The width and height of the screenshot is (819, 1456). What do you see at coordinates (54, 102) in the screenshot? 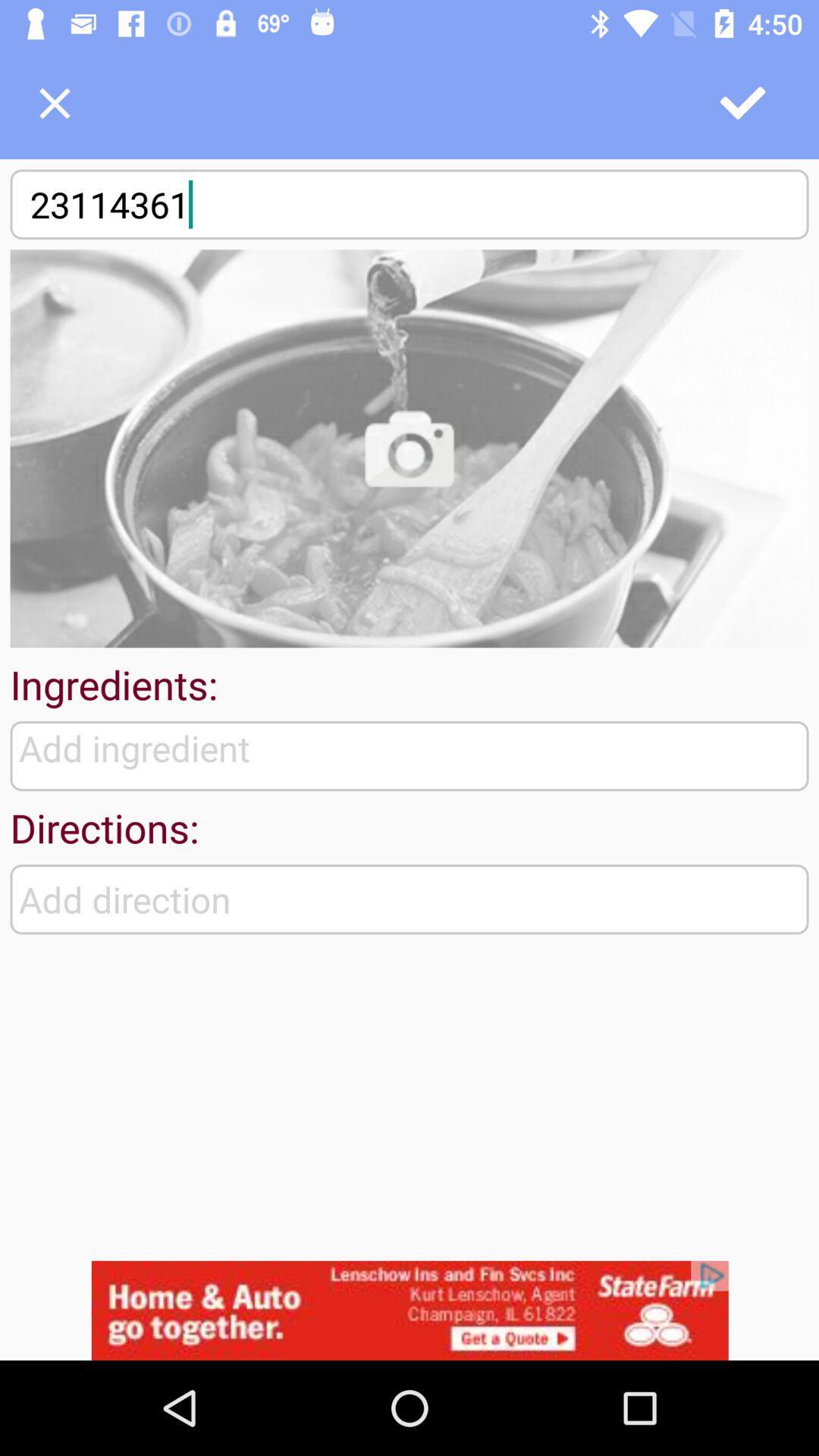
I see `dialogue box` at bounding box center [54, 102].